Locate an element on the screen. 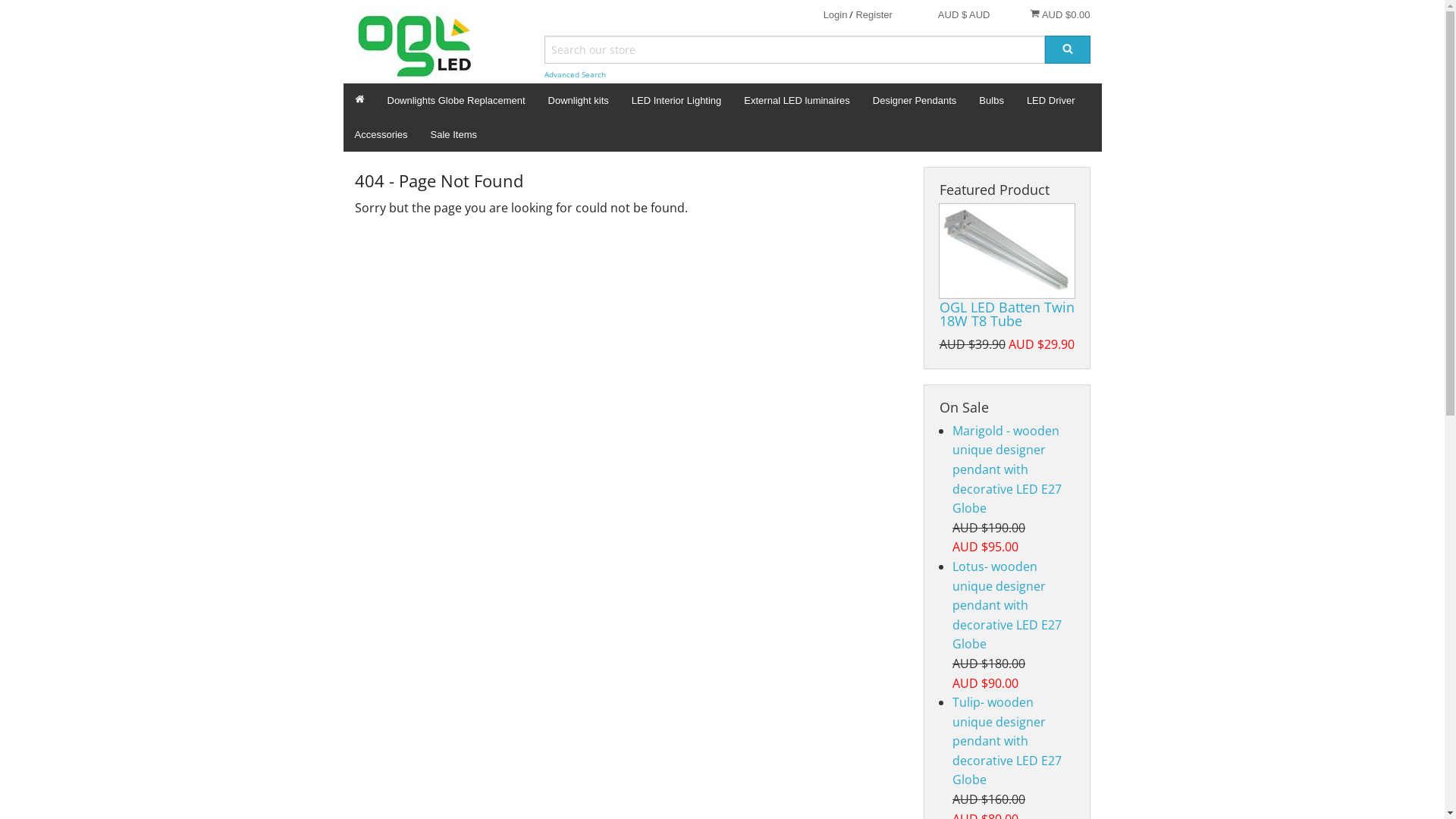 The width and height of the screenshot is (1456, 819). 'AUD $0.00' is located at coordinates (1059, 14).